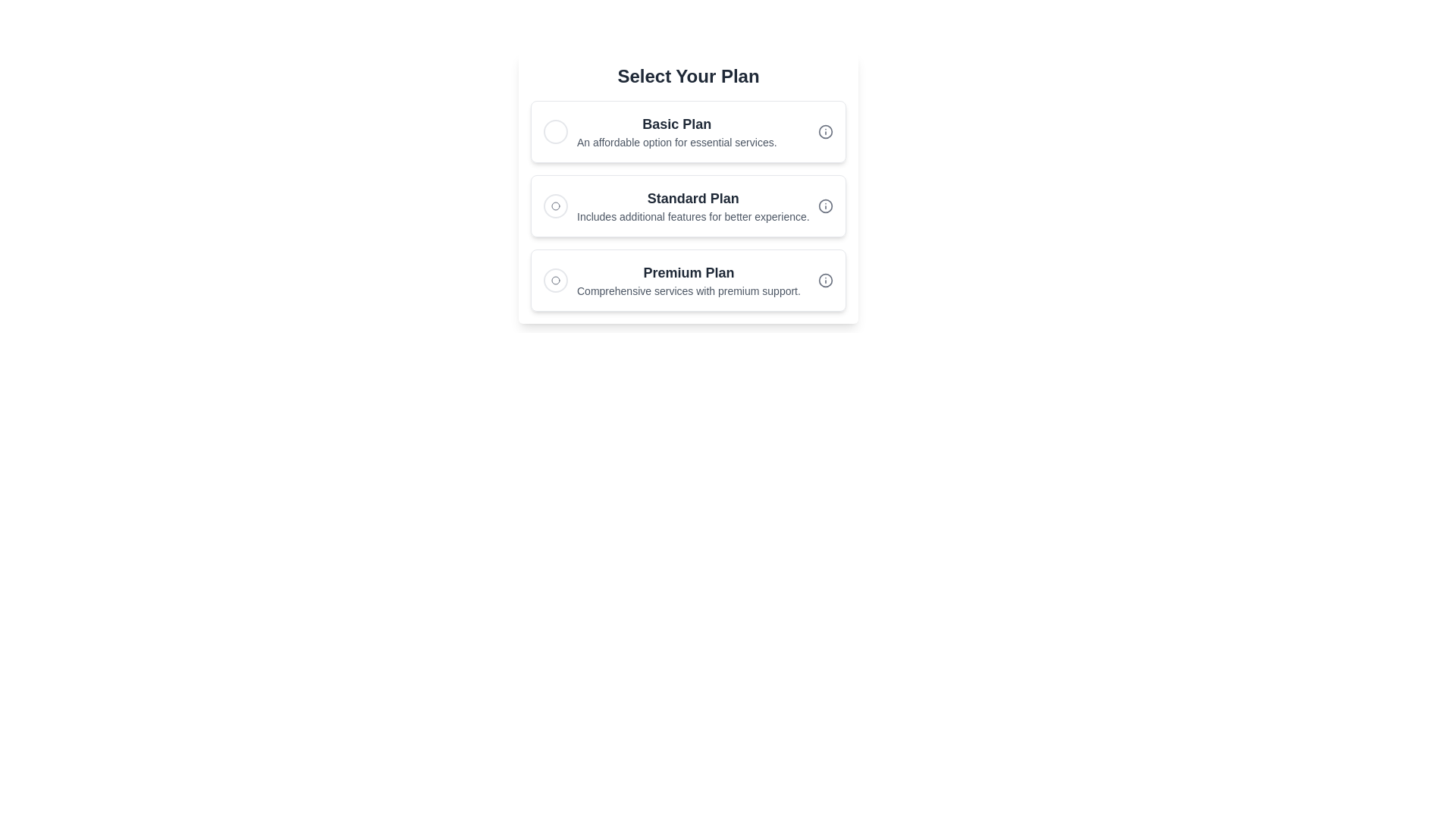 The height and width of the screenshot is (819, 1456). Describe the element at coordinates (688, 291) in the screenshot. I see `the descriptive label providing details about the 'Premium Plan' option, positioned beneath the 'Premium Plan' heading` at that location.